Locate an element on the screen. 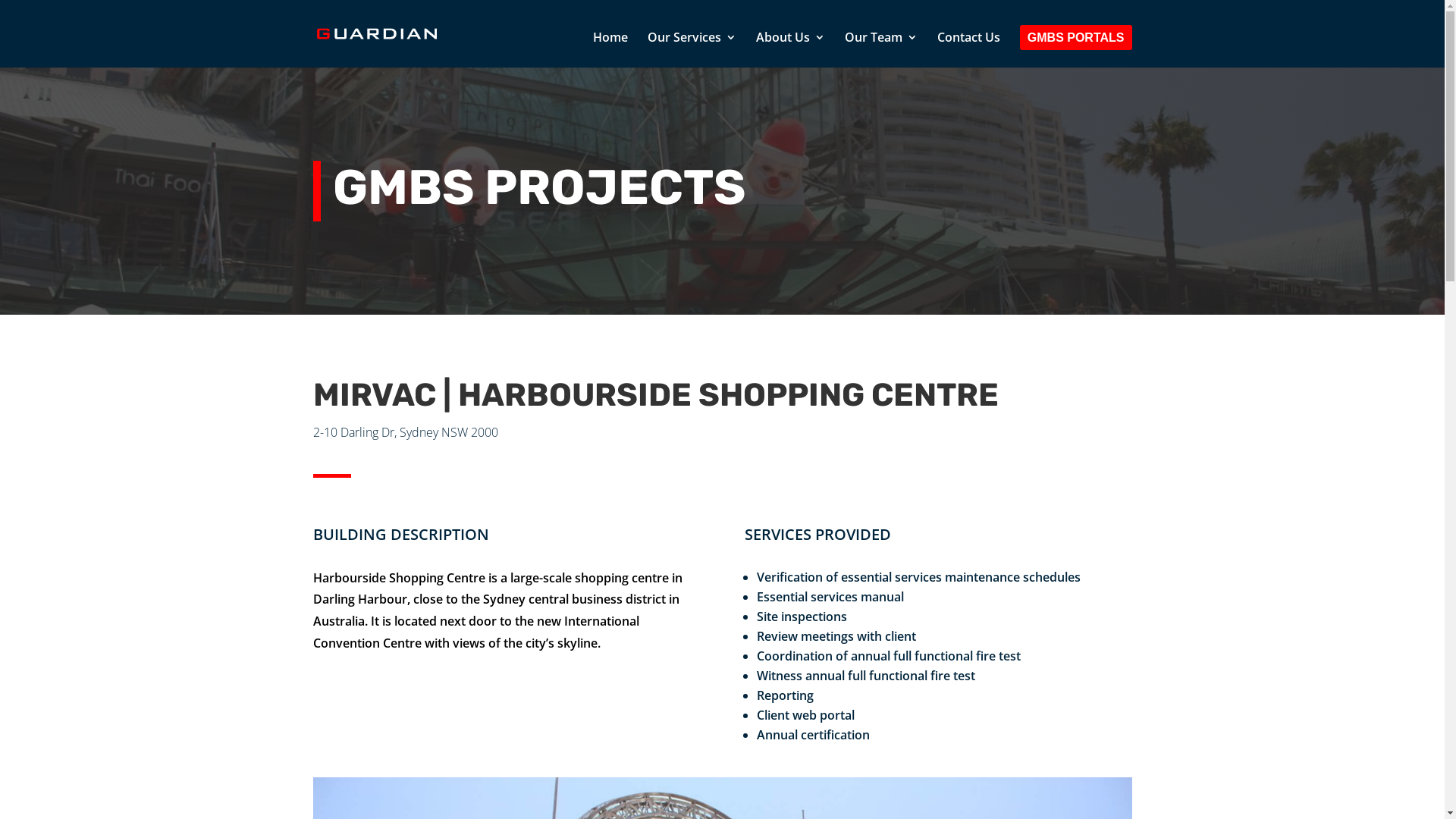  'Contact Us' is located at coordinates (937, 49).